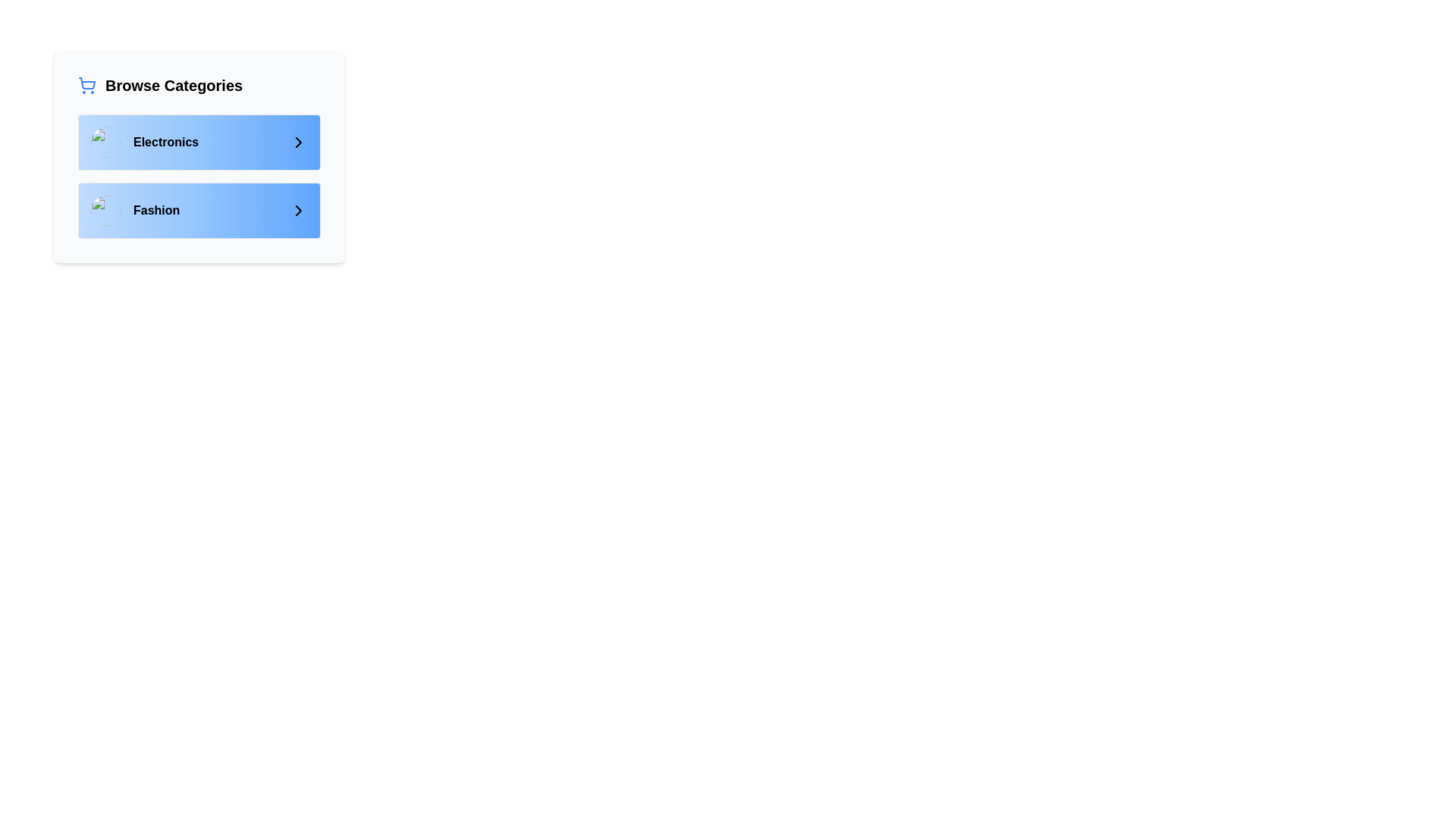 The width and height of the screenshot is (1456, 819). Describe the element at coordinates (199, 210) in the screenshot. I see `the second Interactive category card in the vertical list located below the 'Electronics' card` at that location.